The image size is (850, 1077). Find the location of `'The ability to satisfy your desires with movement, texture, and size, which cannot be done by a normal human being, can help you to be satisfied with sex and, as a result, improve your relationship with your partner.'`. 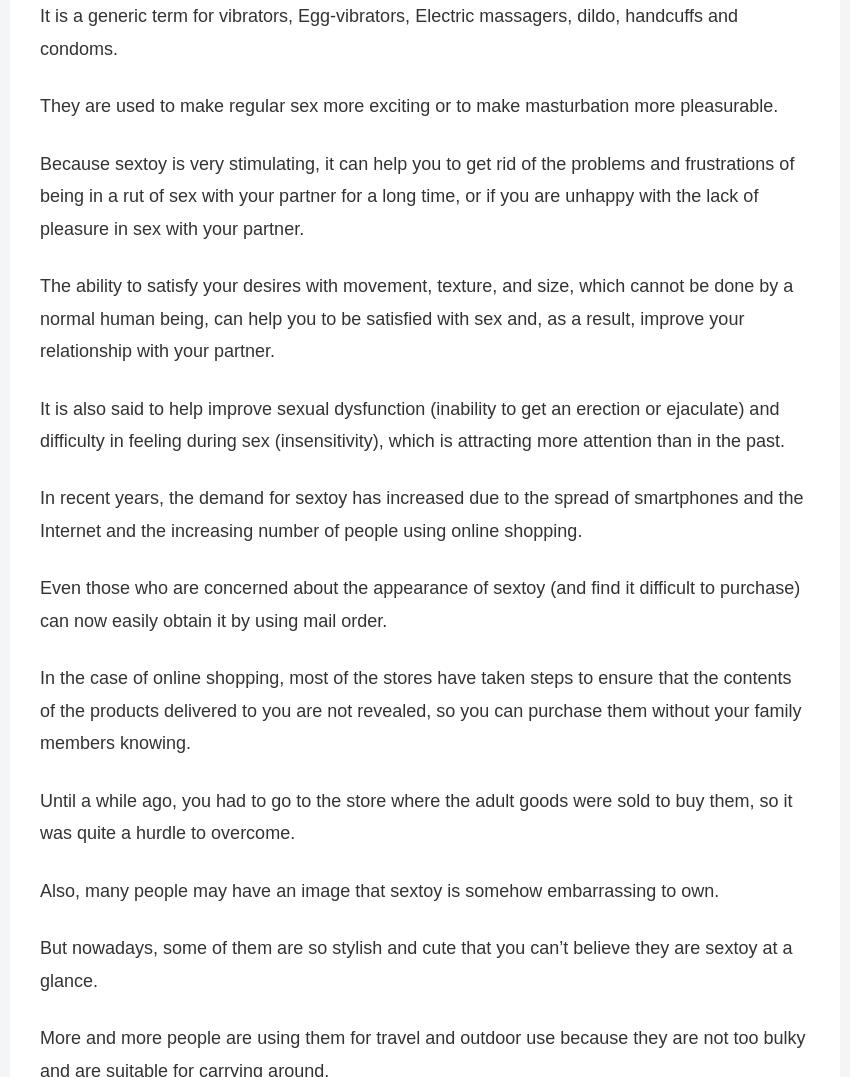

'The ability to satisfy your desires with movement, texture, and size, which cannot be done by a normal human being, can help you to be satisfied with sex and, as a result, improve your relationship with your partner.' is located at coordinates (416, 318).